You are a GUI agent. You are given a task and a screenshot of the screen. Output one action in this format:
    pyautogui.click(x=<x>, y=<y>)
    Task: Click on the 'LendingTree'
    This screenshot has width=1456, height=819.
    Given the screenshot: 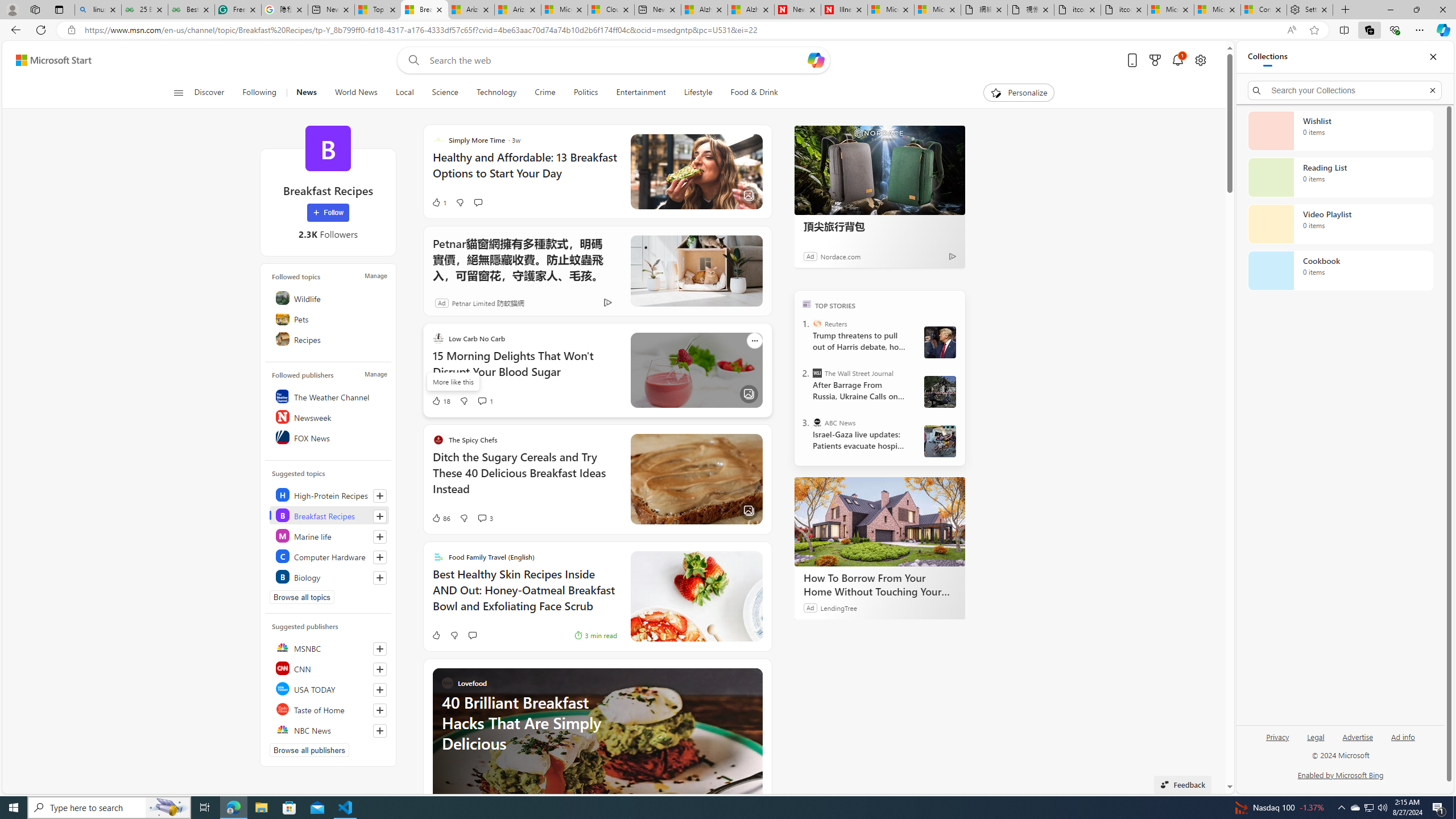 What is the action you would take?
    pyautogui.click(x=838, y=607)
    